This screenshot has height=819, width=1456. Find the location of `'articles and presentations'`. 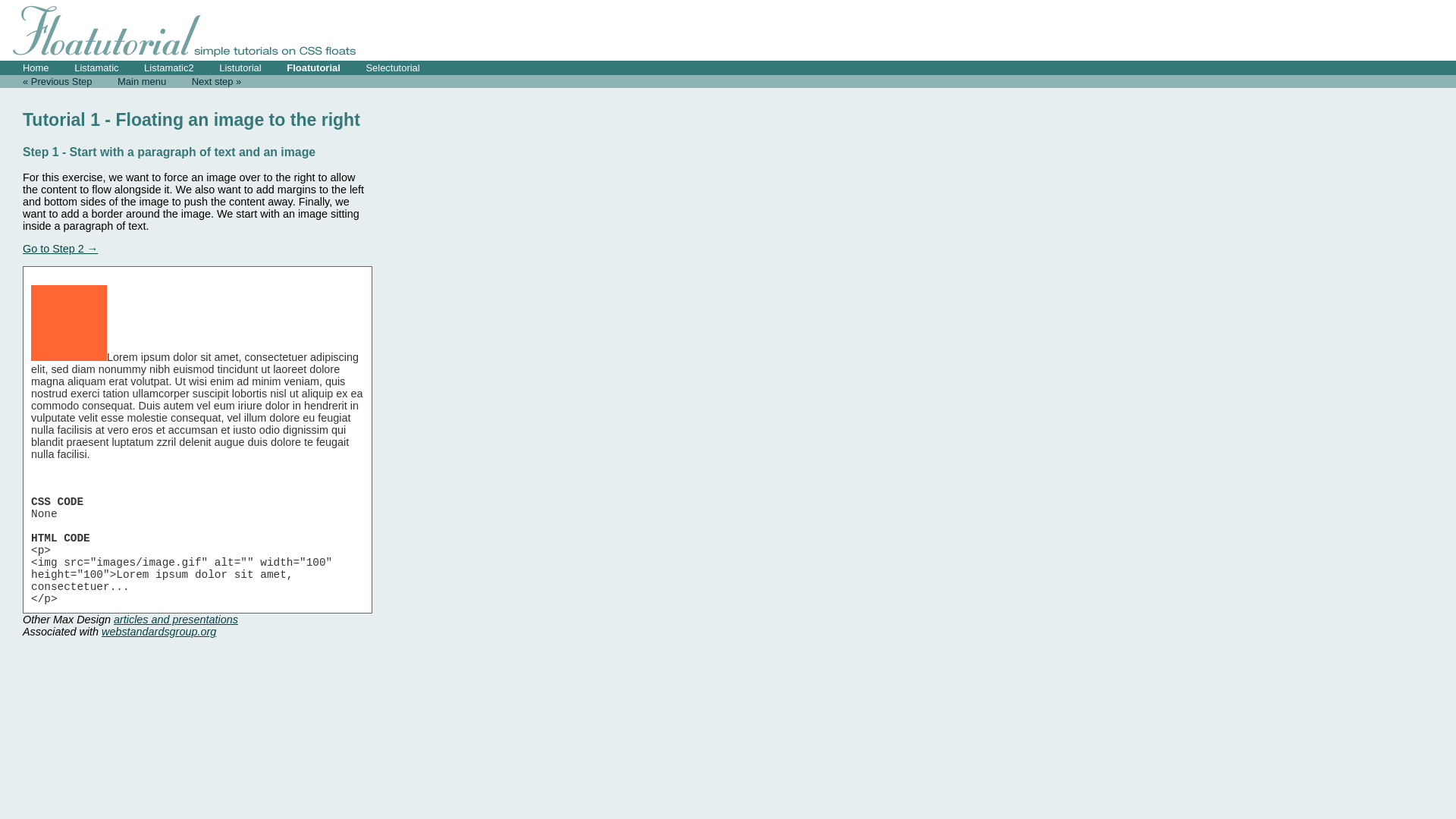

'articles and presentations' is located at coordinates (112, 620).